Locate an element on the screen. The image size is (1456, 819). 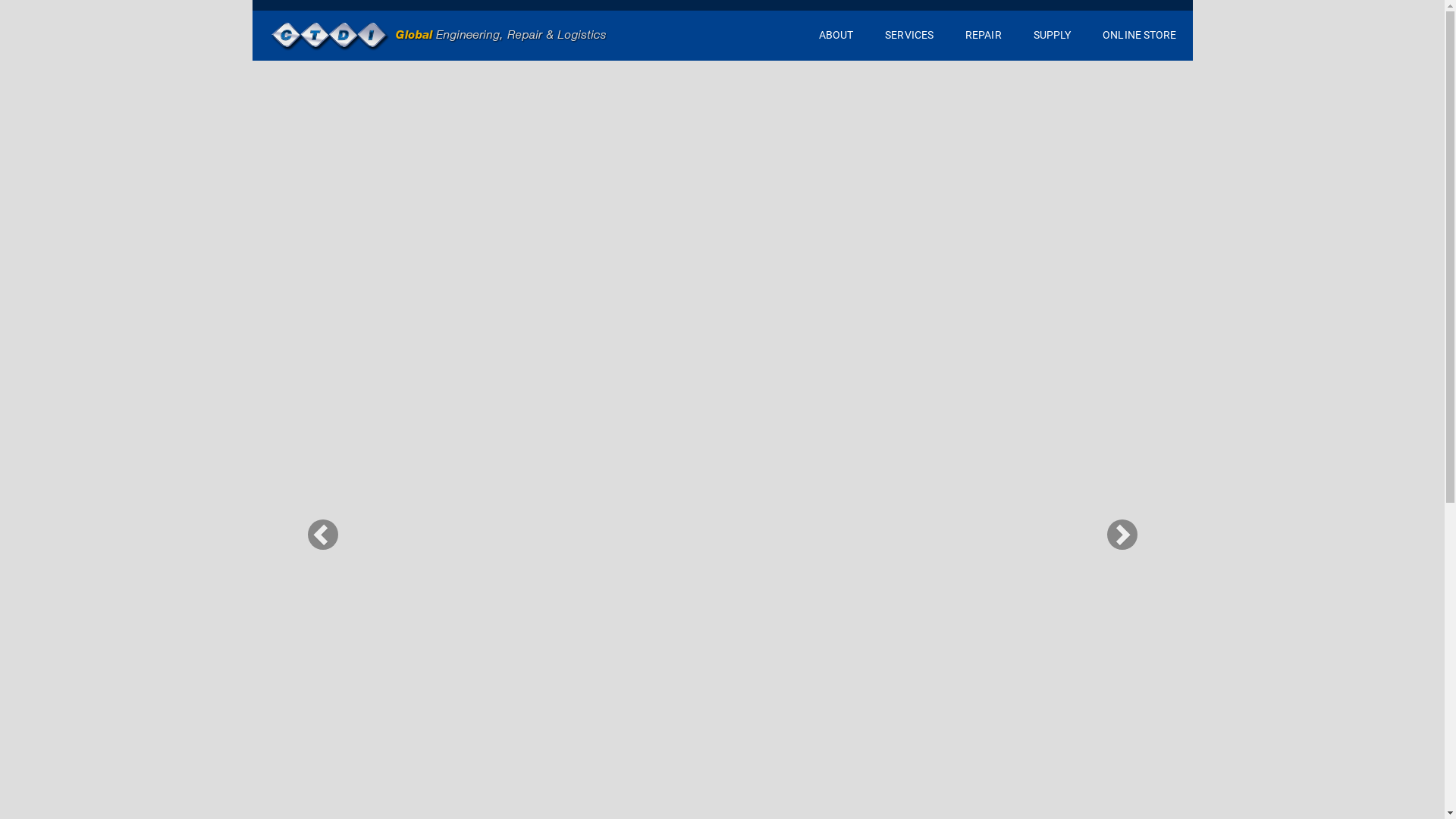
'  ' is located at coordinates (438, 34).